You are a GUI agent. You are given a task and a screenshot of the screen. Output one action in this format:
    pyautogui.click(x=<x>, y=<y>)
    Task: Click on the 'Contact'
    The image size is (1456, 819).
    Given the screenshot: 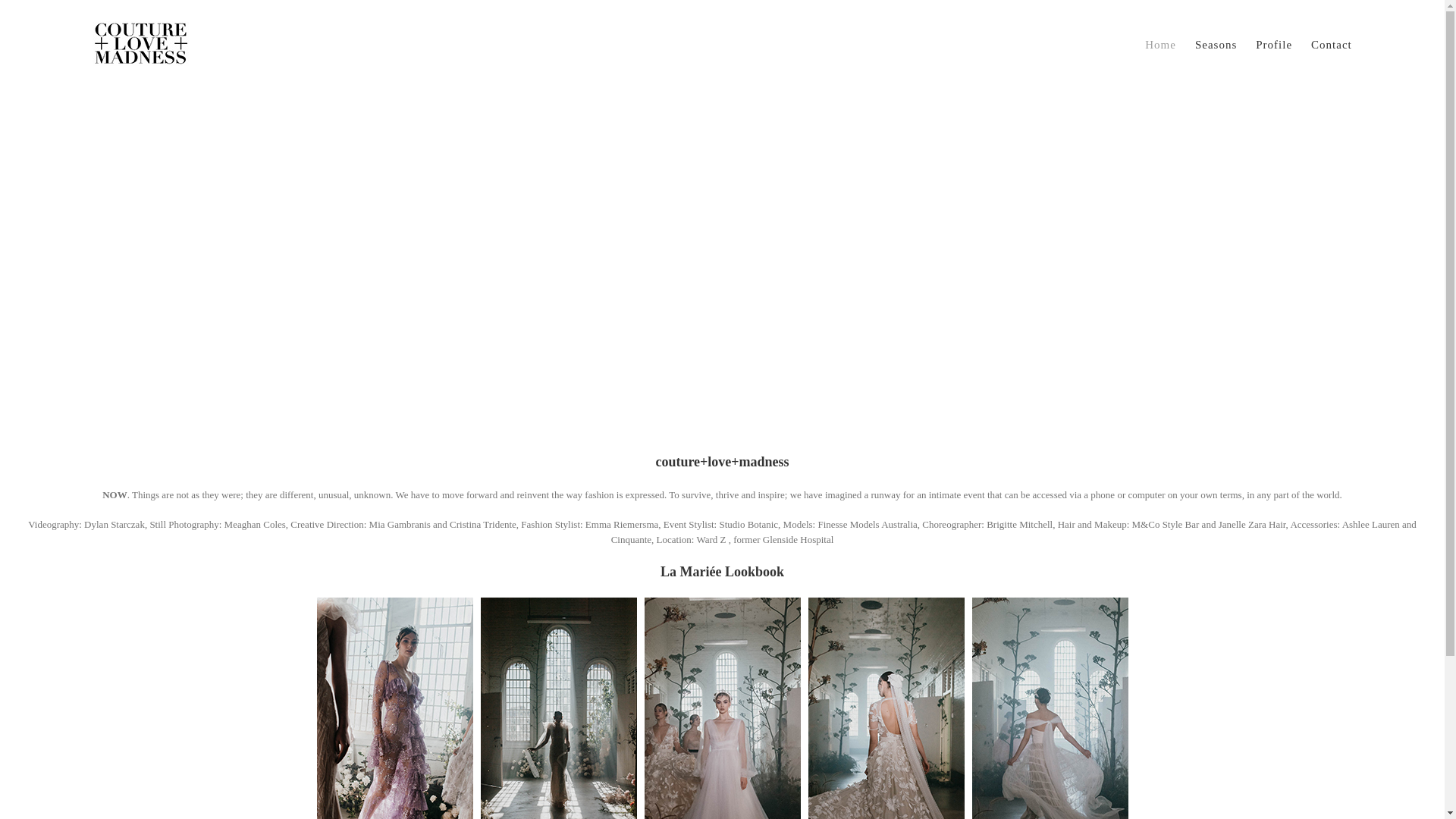 What is the action you would take?
    pyautogui.click(x=1331, y=44)
    